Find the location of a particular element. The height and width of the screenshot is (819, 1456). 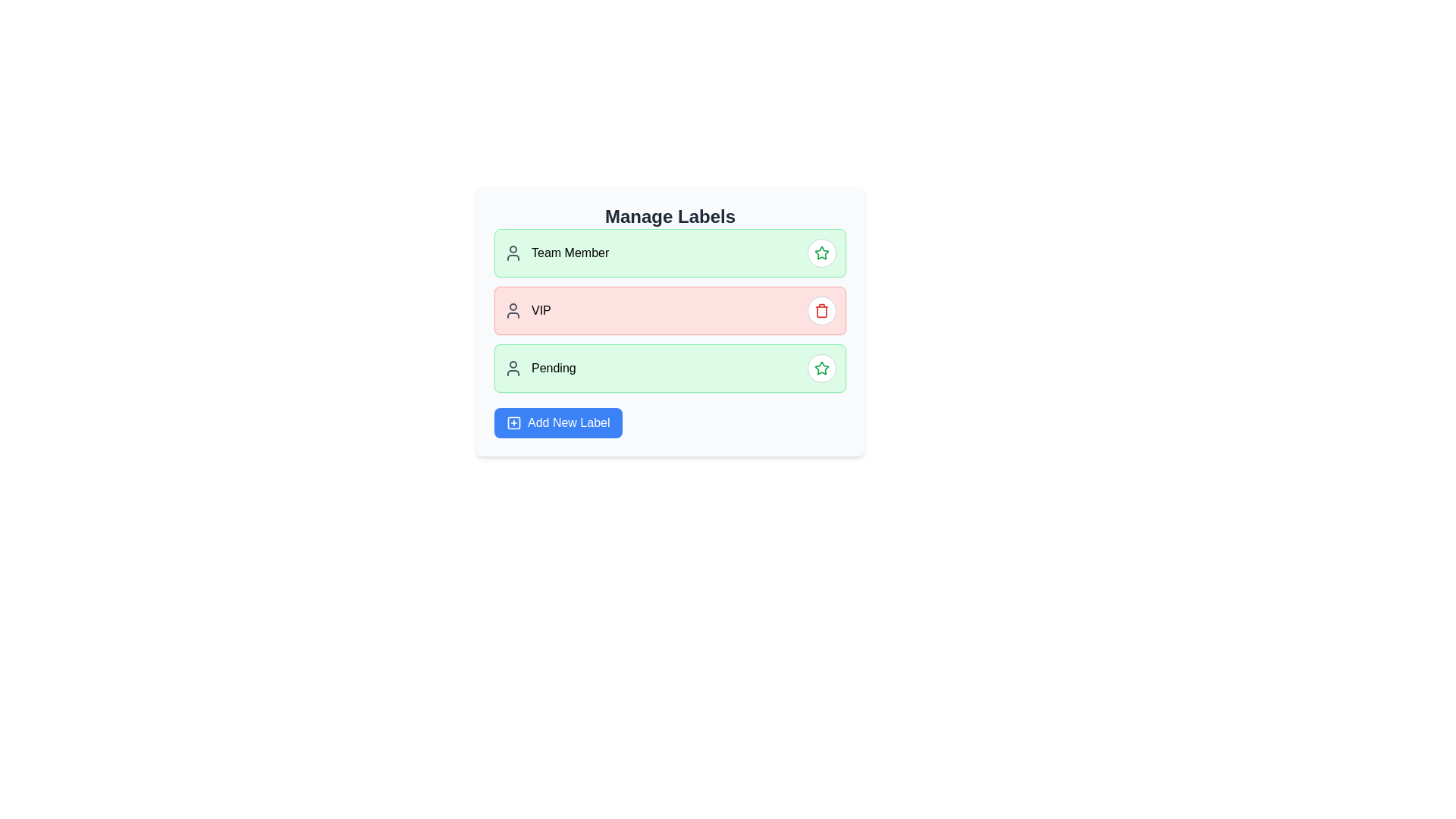

the 'Add New Label' button located at the bottom-left corner of the label management interface is located at coordinates (557, 423).